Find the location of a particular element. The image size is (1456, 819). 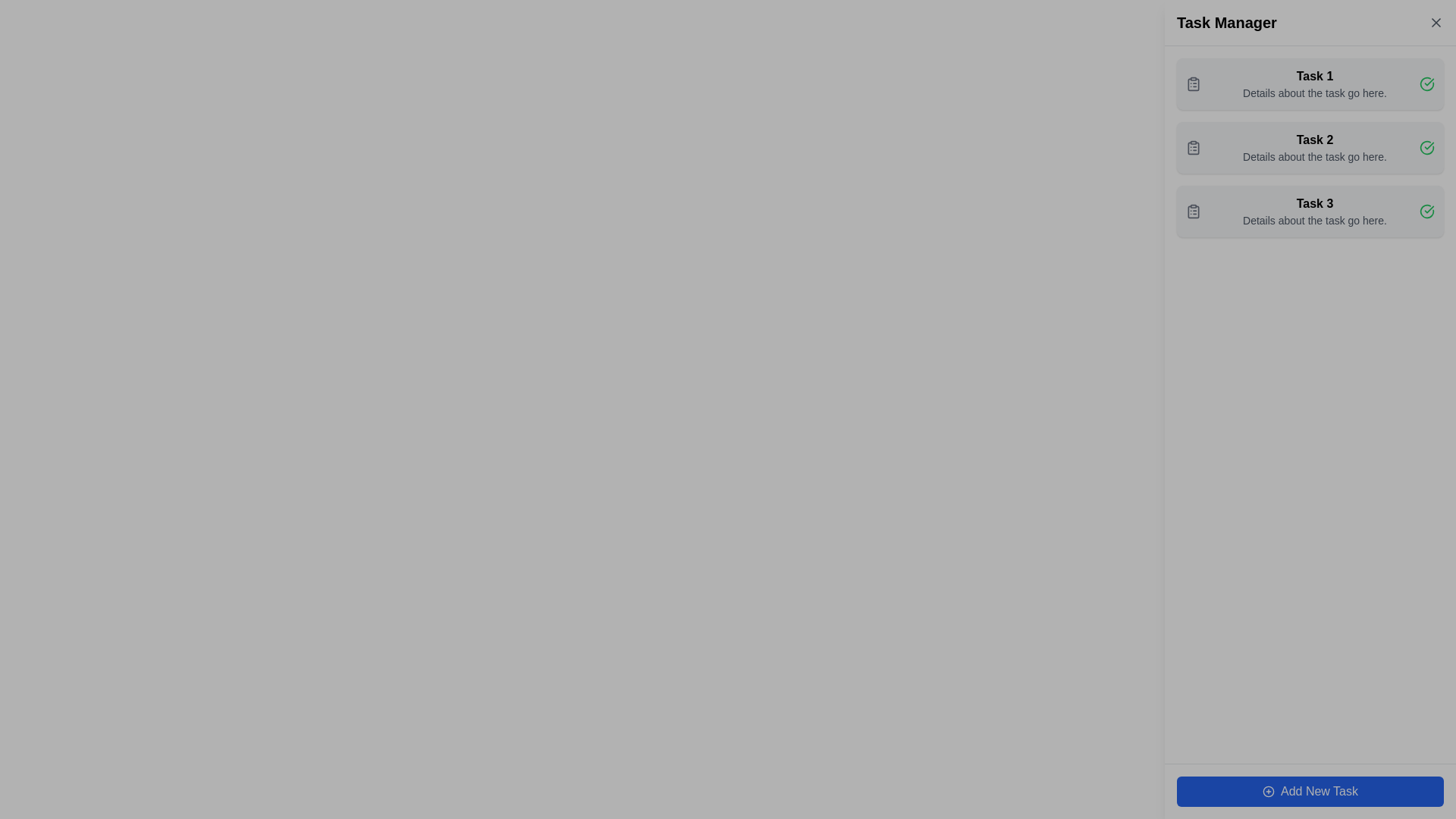

the completion icon located in the top-right corner of the first task card in the 'Task Manager' panel, adjacent to 'Task 1' is located at coordinates (1426, 84).